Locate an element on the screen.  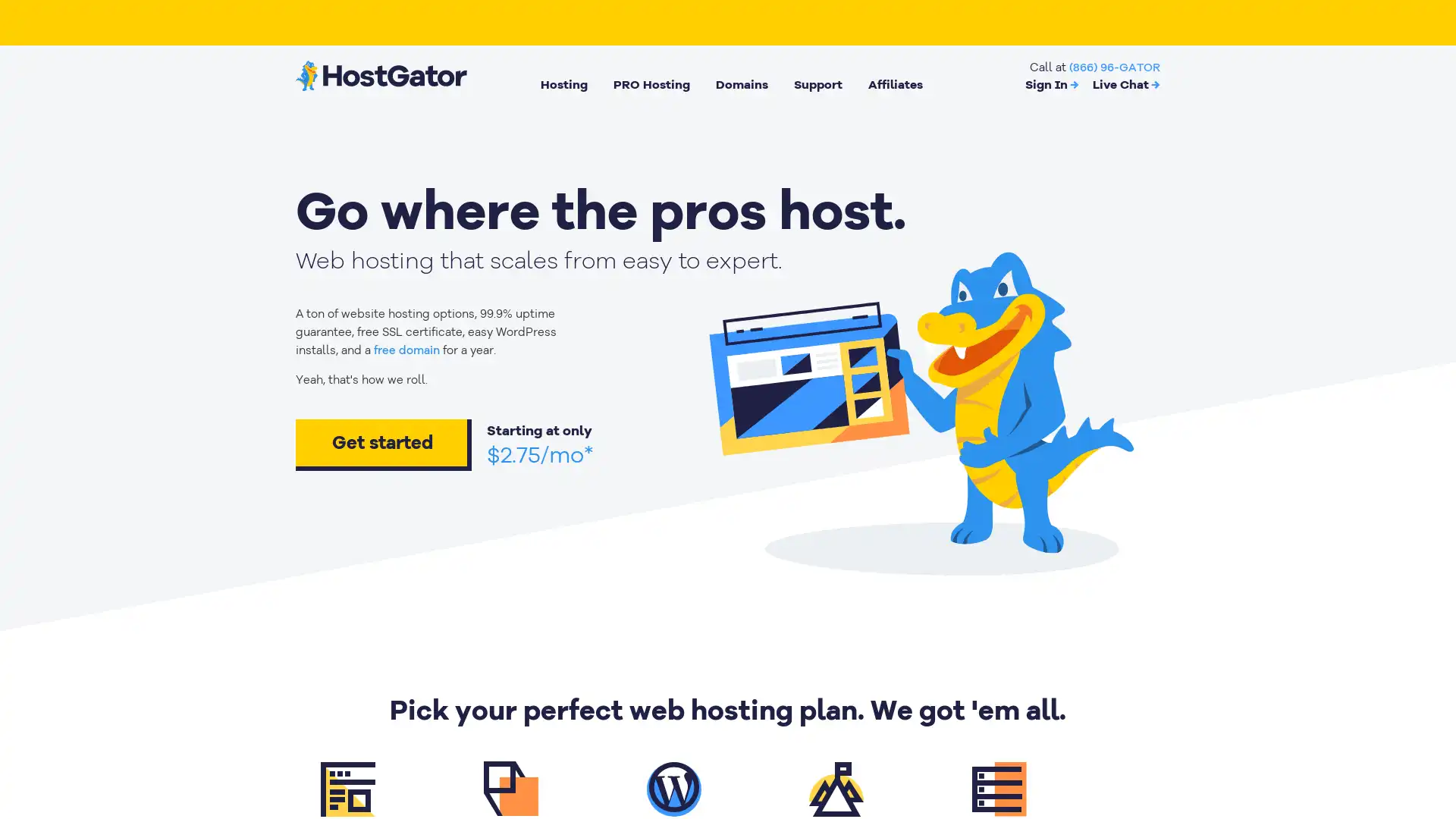
Got It is located at coordinates (154, 719).